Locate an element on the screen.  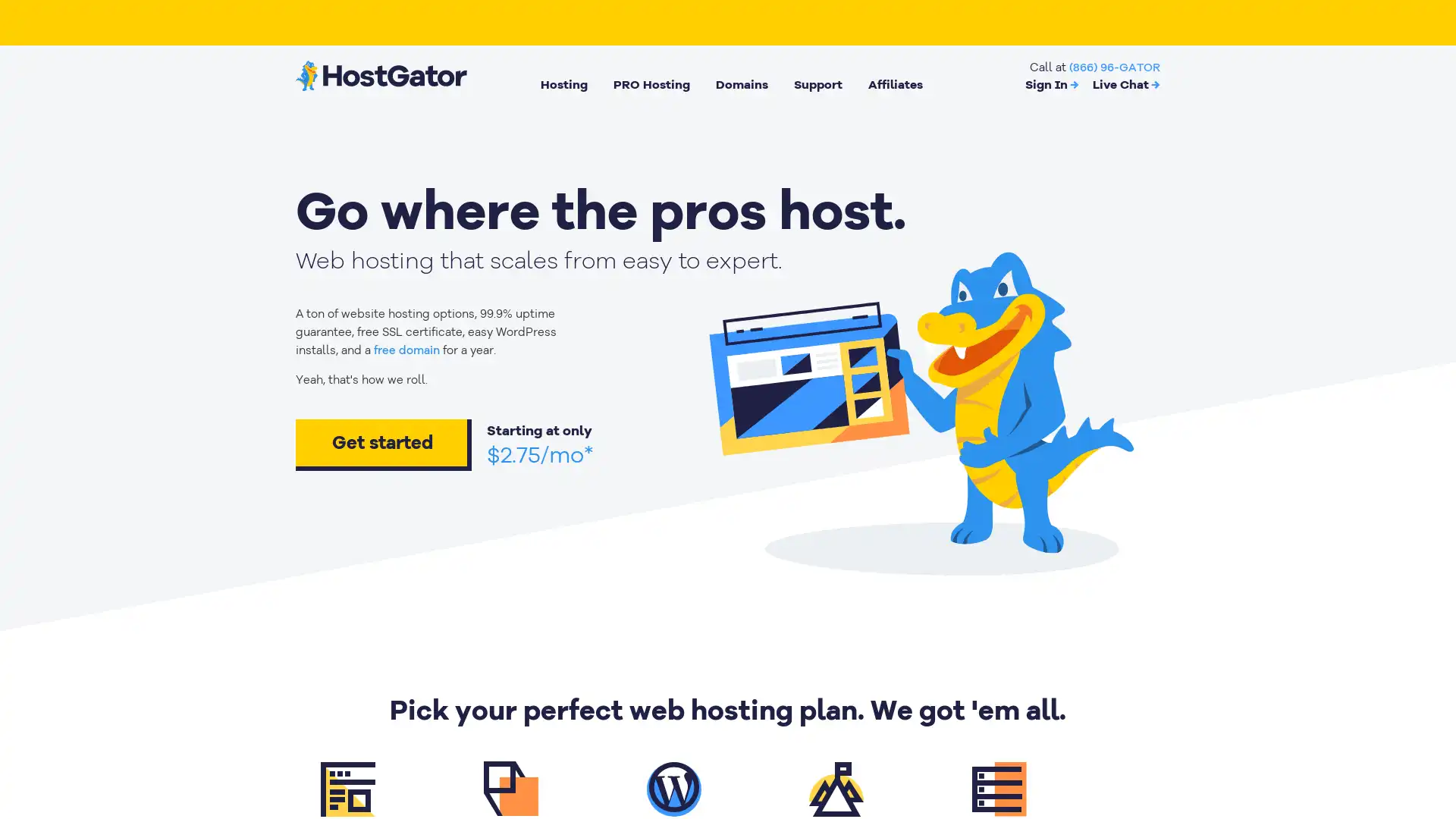
Got It is located at coordinates (154, 719).